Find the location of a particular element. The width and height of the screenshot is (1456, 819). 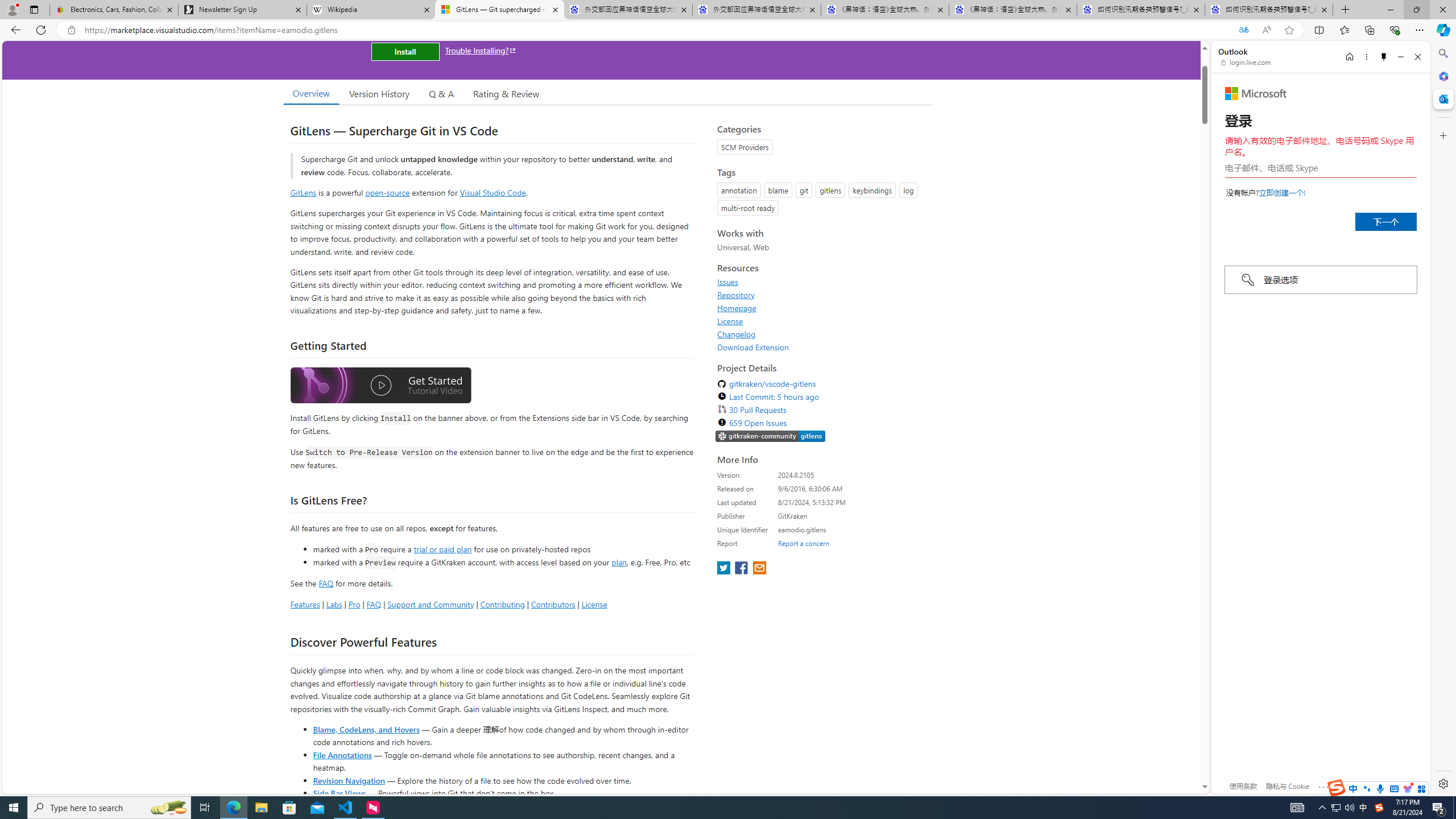

'https://slack.gitkraken.com//' is located at coordinates (770, 436).